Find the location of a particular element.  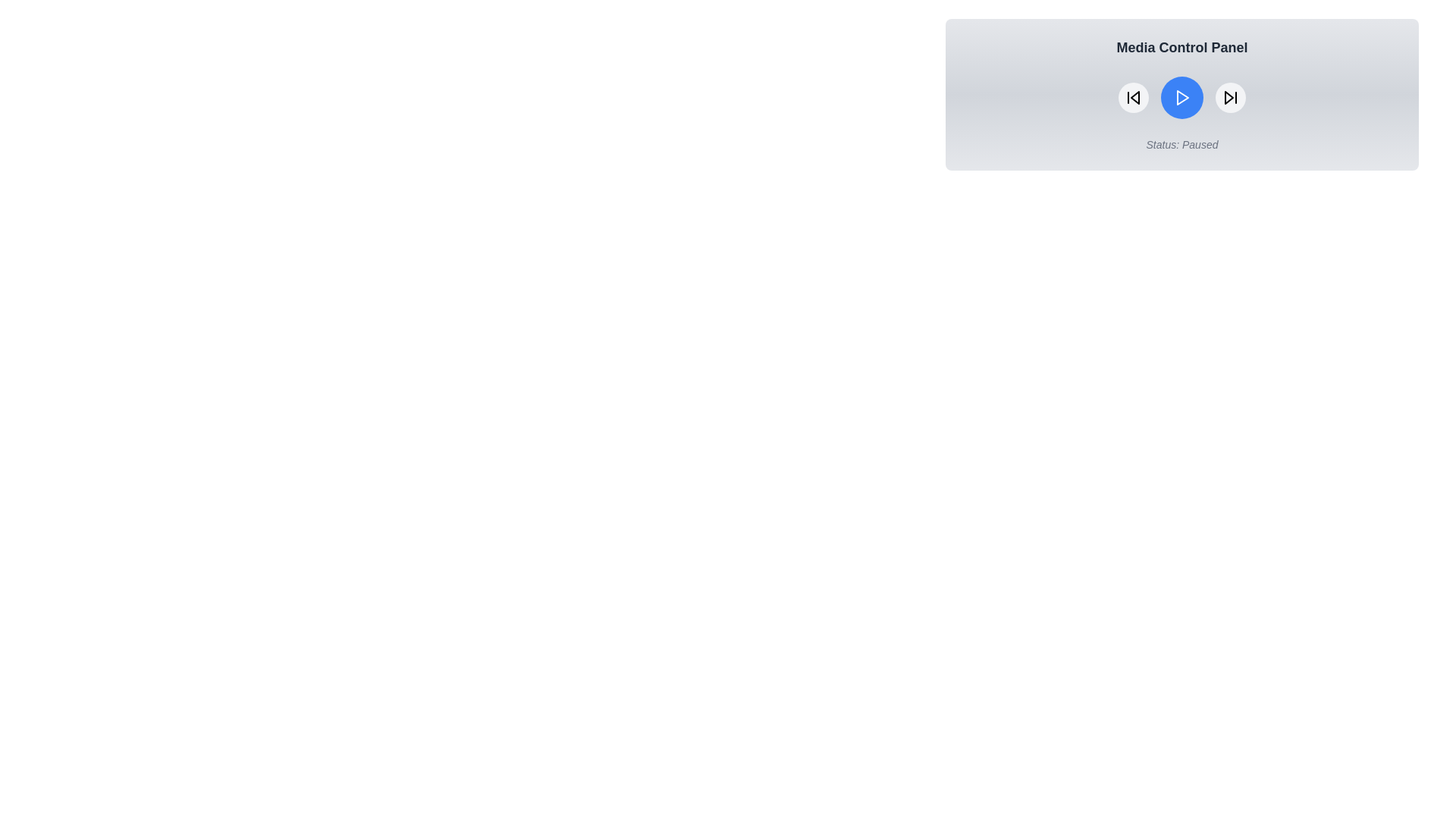

the button Play/Pause to observe its hover effect is located at coordinates (1181, 97).